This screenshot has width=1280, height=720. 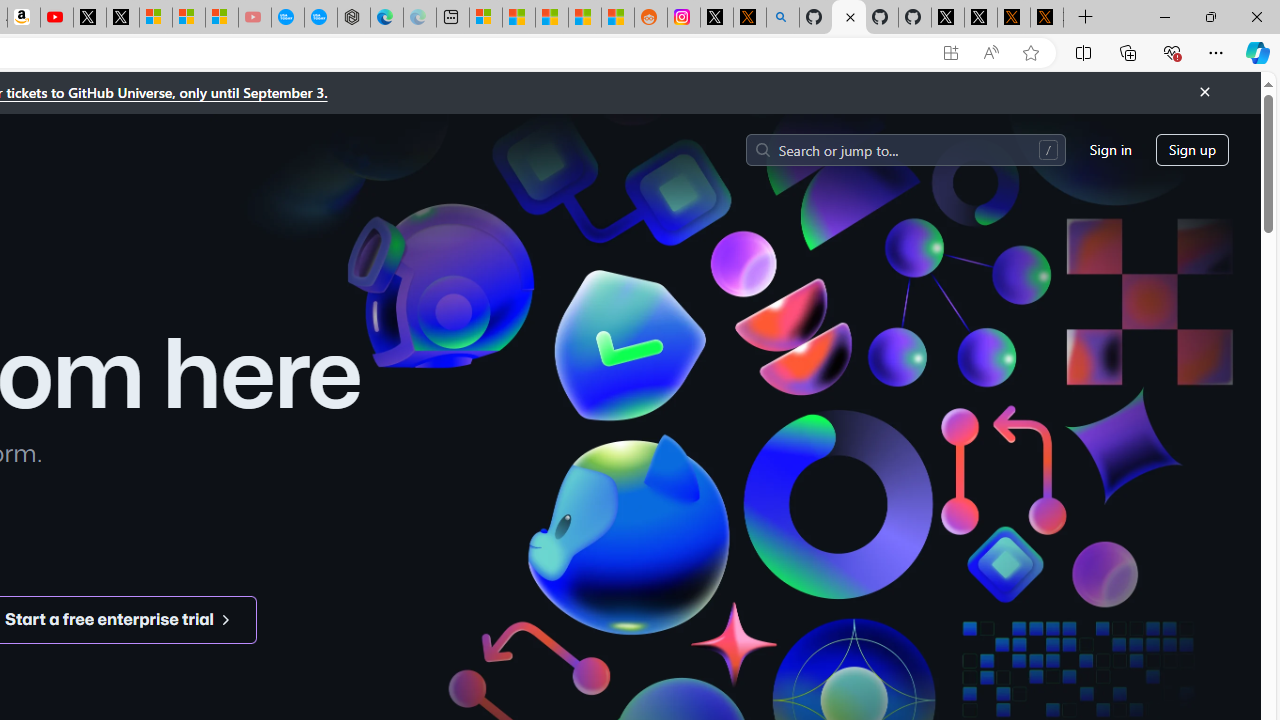 What do you see at coordinates (781, 17) in the screenshot?
I see `'github - Search'` at bounding box center [781, 17].